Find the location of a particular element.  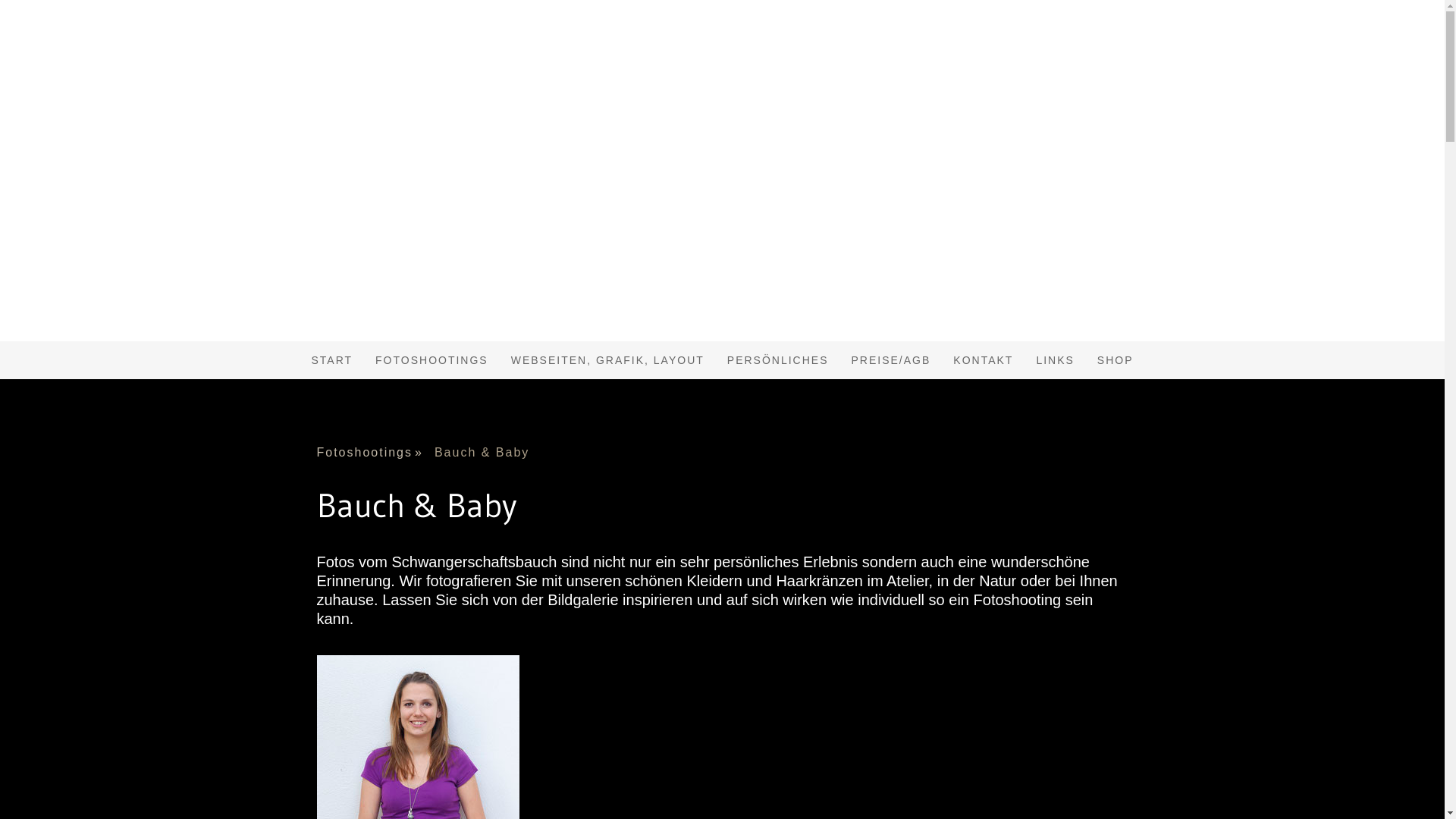

'PREISE/AGB' is located at coordinates (891, 359).